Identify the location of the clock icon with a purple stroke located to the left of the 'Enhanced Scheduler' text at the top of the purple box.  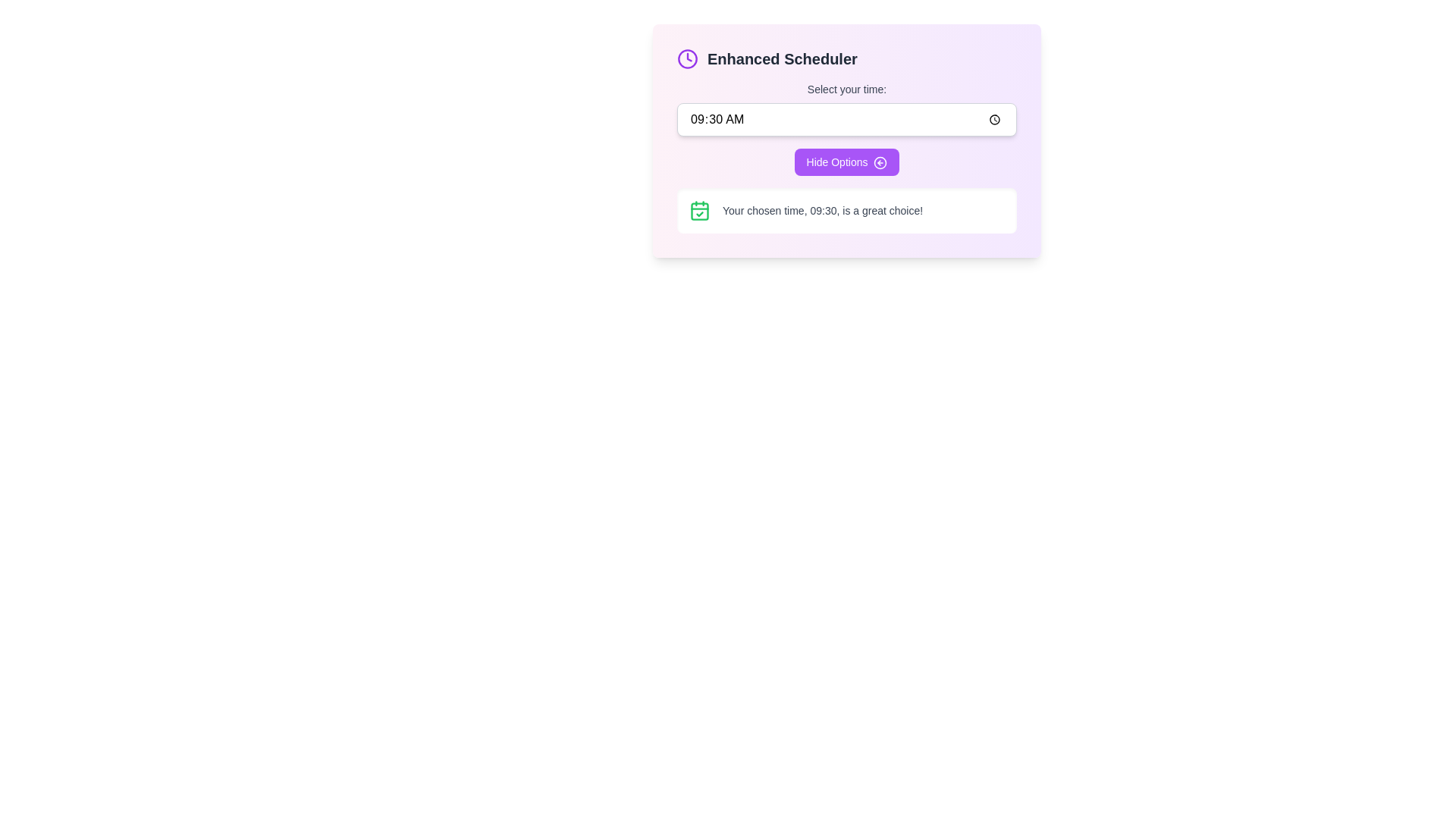
(687, 58).